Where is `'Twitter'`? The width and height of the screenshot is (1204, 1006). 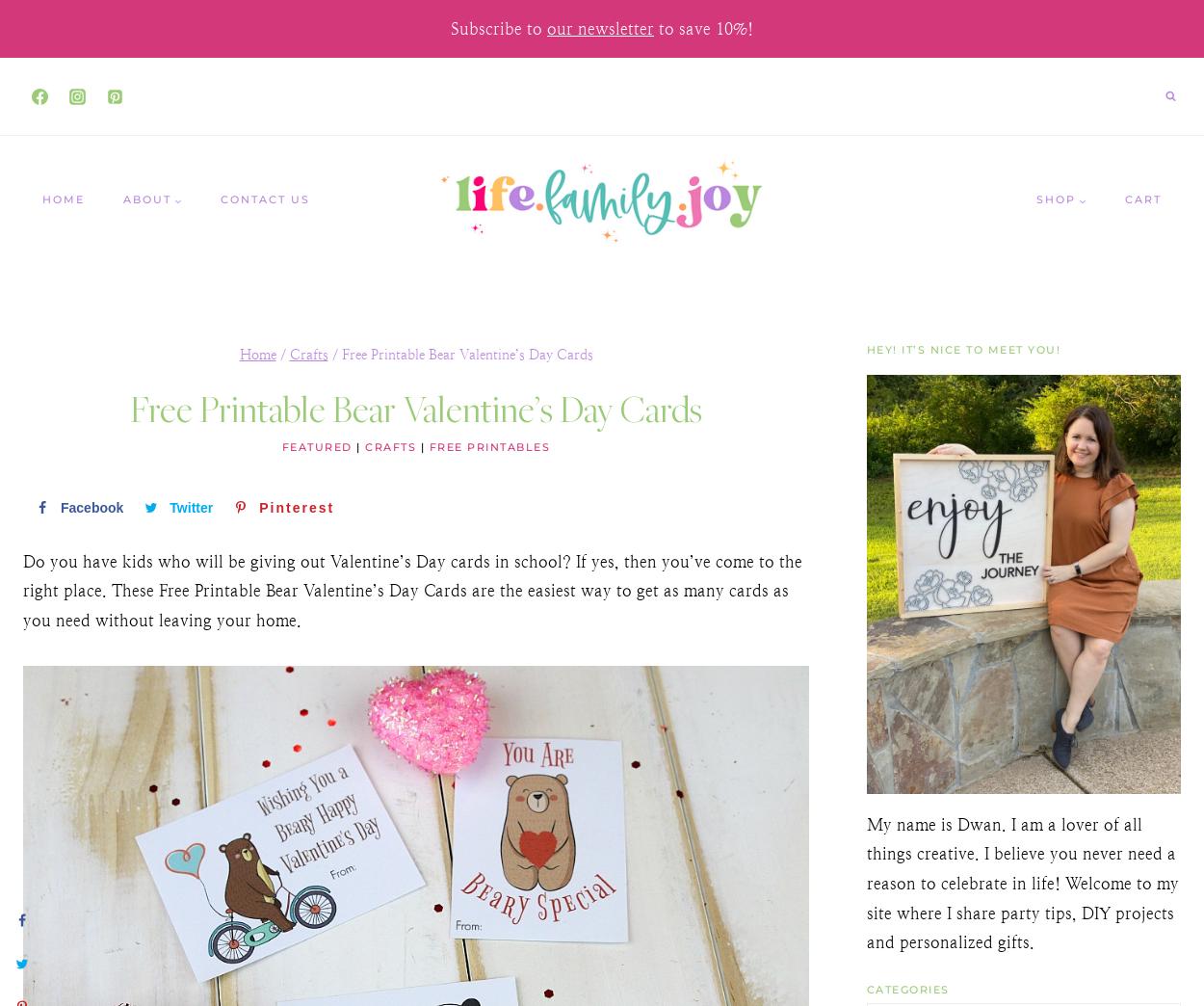 'Twitter' is located at coordinates (190, 507).